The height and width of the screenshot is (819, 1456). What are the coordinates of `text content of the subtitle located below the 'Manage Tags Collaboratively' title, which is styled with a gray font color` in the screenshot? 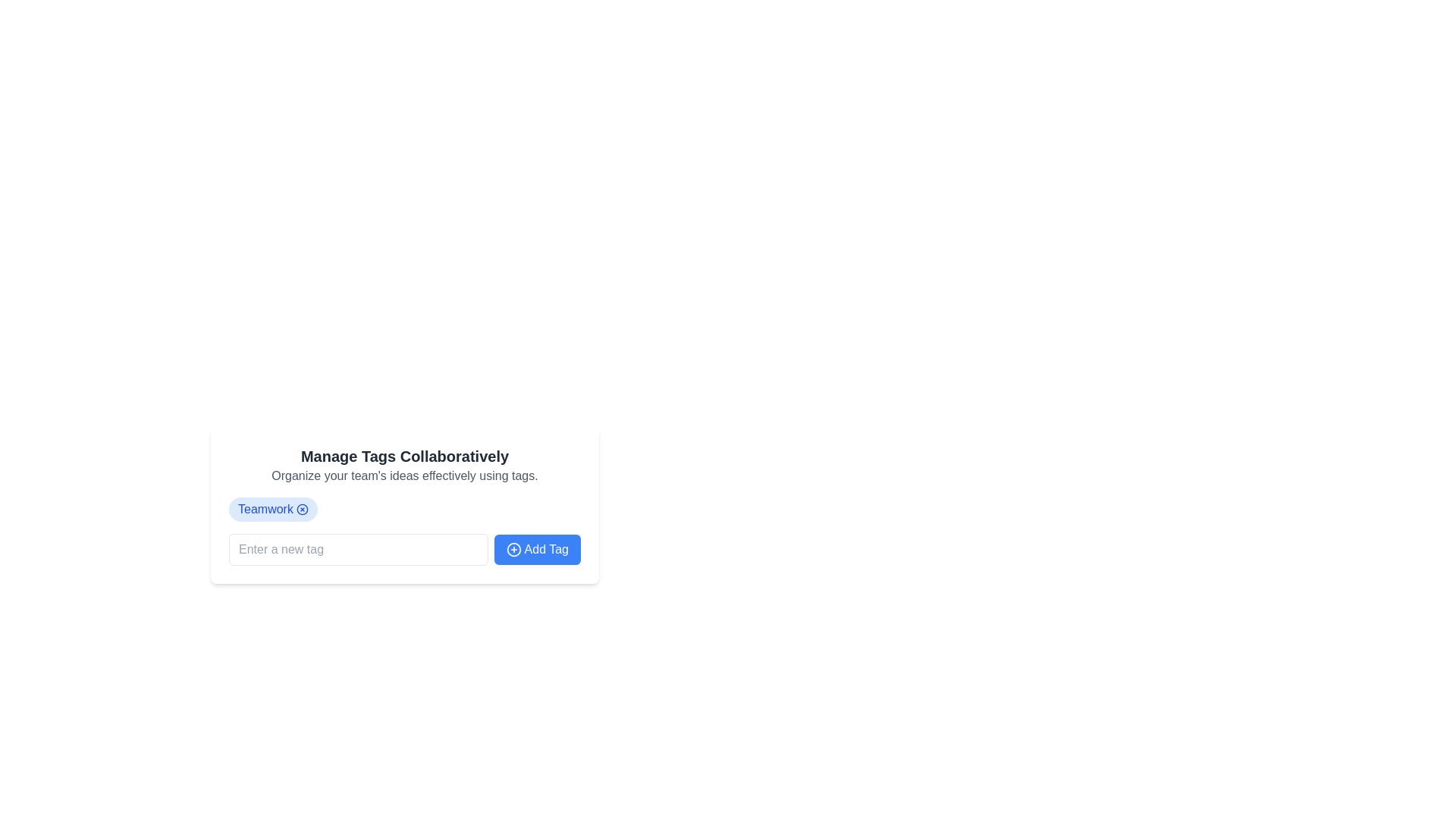 It's located at (404, 475).